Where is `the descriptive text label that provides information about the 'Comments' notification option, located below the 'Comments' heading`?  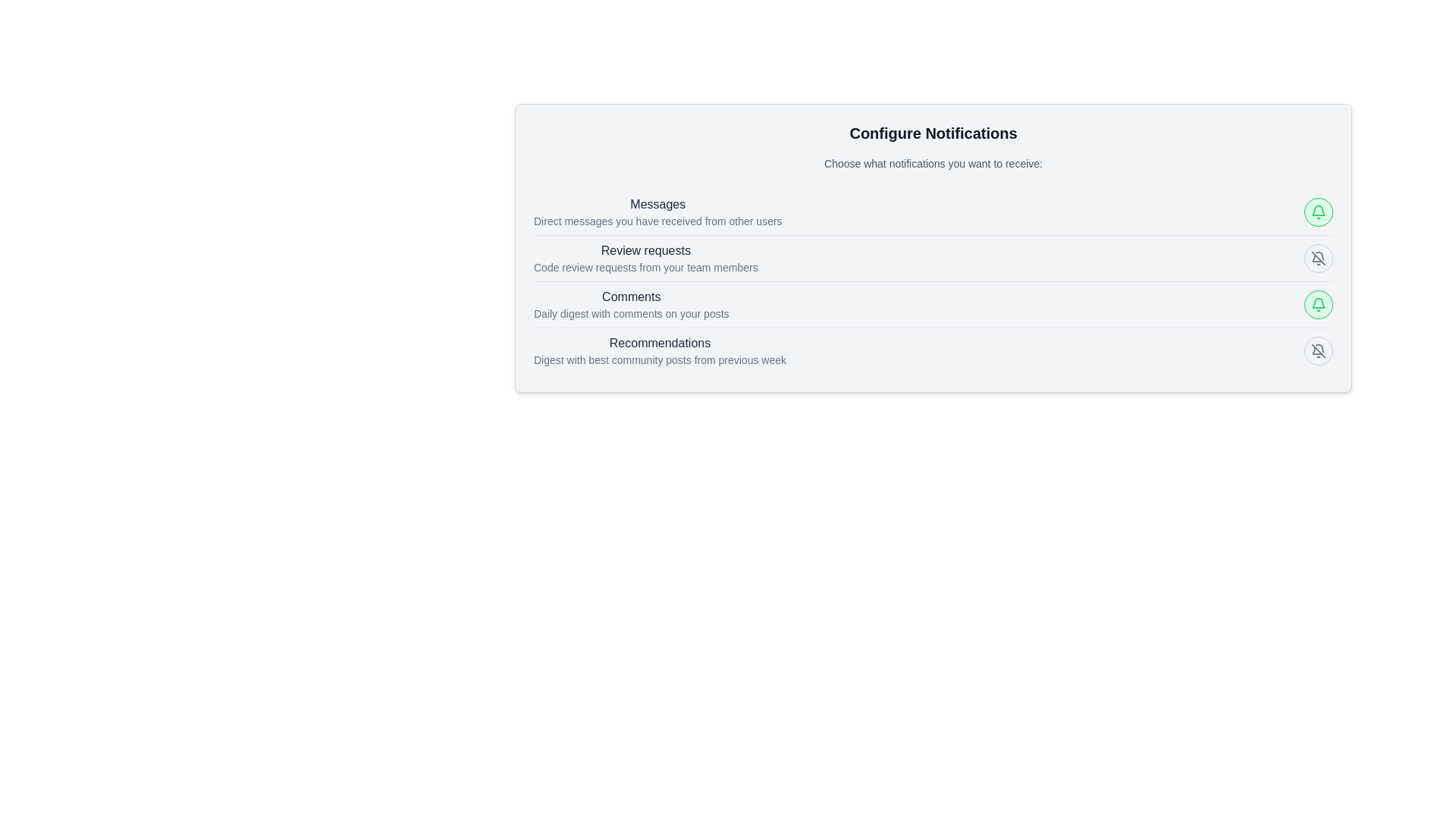
the descriptive text label that provides information about the 'Comments' notification option, located below the 'Comments' heading is located at coordinates (631, 312).